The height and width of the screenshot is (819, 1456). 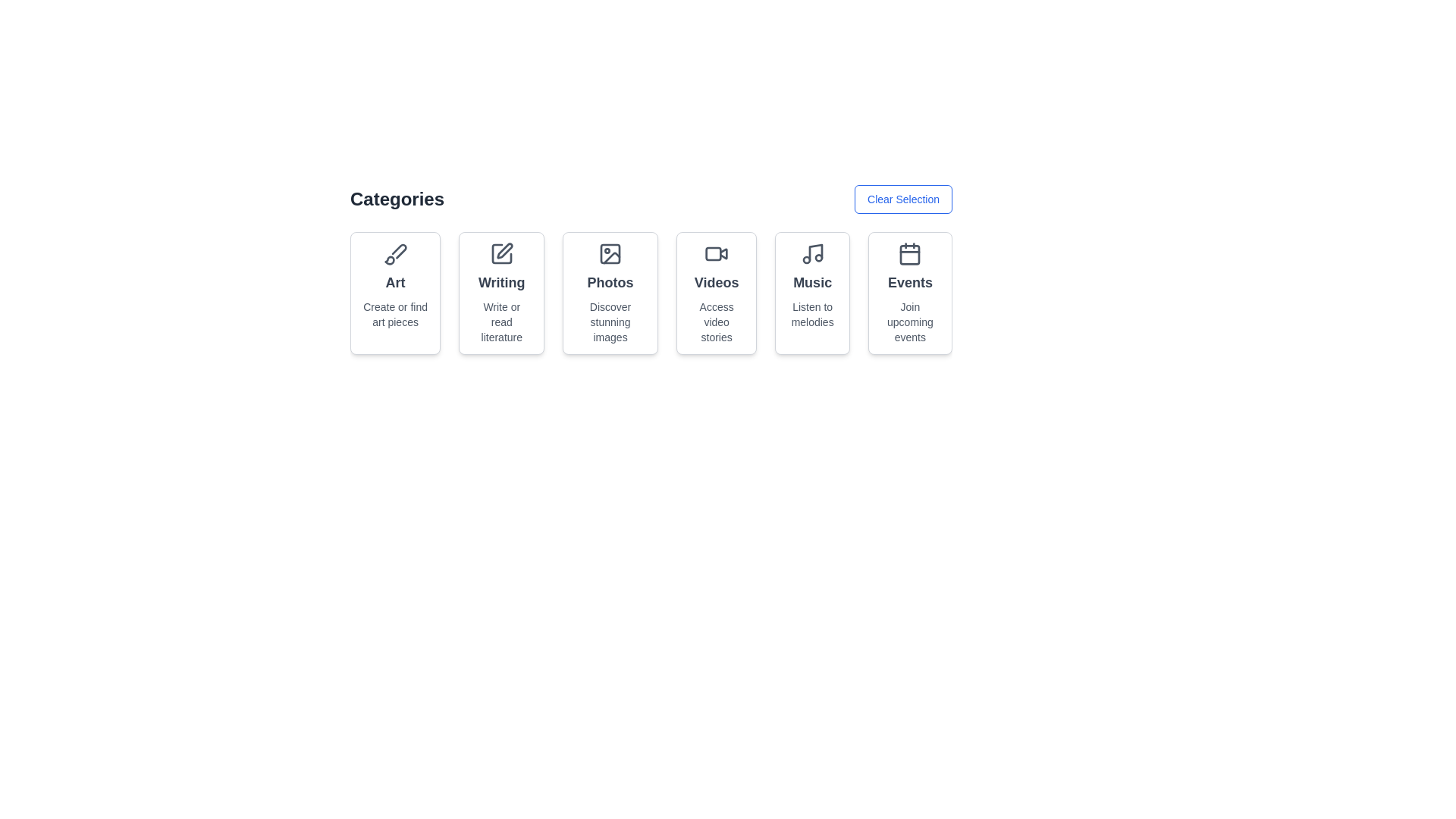 I want to click on text label located centrally beneath the icon in the fourth card of the 'Categories' section, which indicates its content or functionality related to videos, so click(x=716, y=283).